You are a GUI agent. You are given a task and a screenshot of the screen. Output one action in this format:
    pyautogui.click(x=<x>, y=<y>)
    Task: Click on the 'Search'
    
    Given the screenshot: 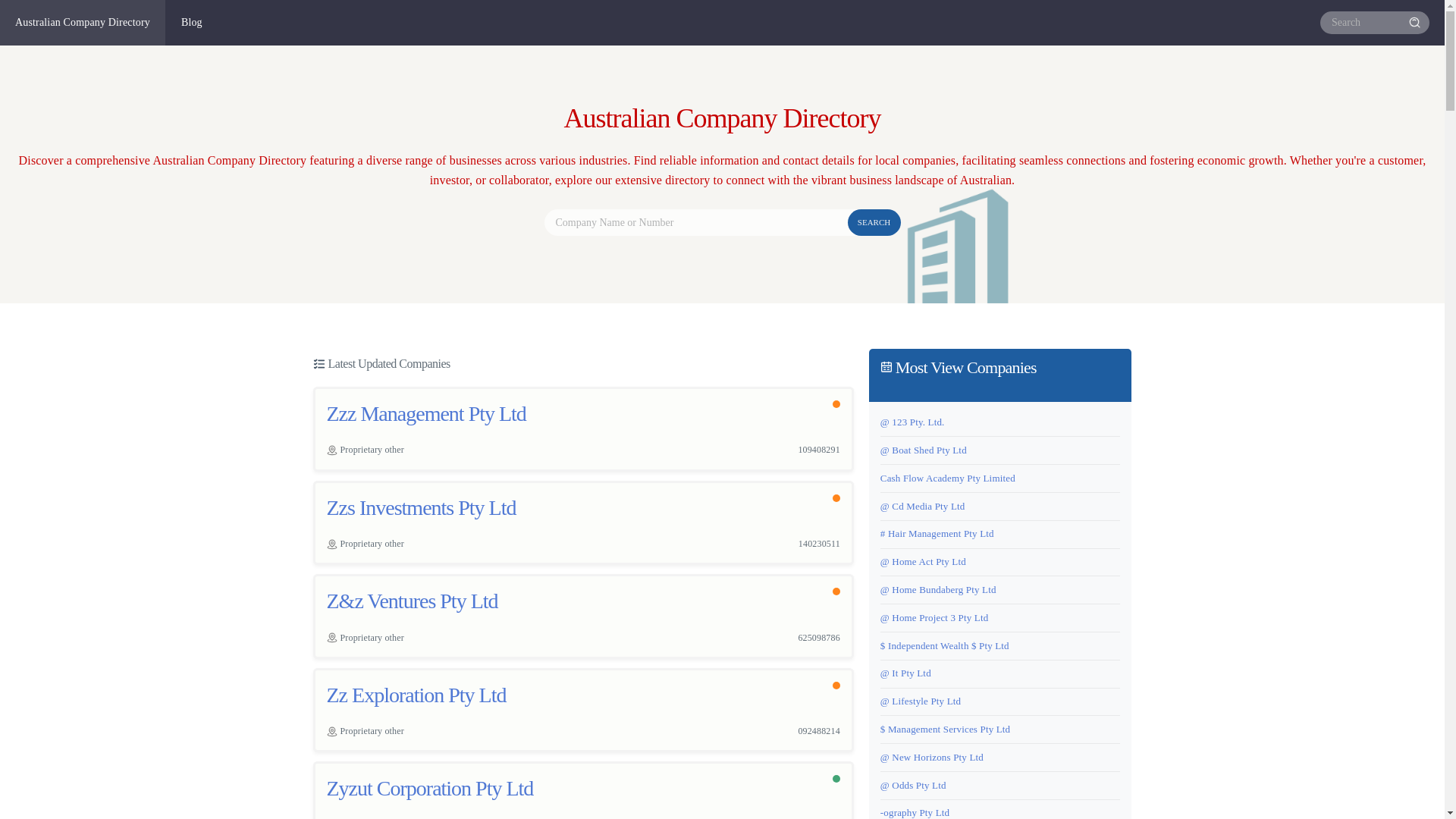 What is the action you would take?
    pyautogui.click(x=1415, y=23)
    